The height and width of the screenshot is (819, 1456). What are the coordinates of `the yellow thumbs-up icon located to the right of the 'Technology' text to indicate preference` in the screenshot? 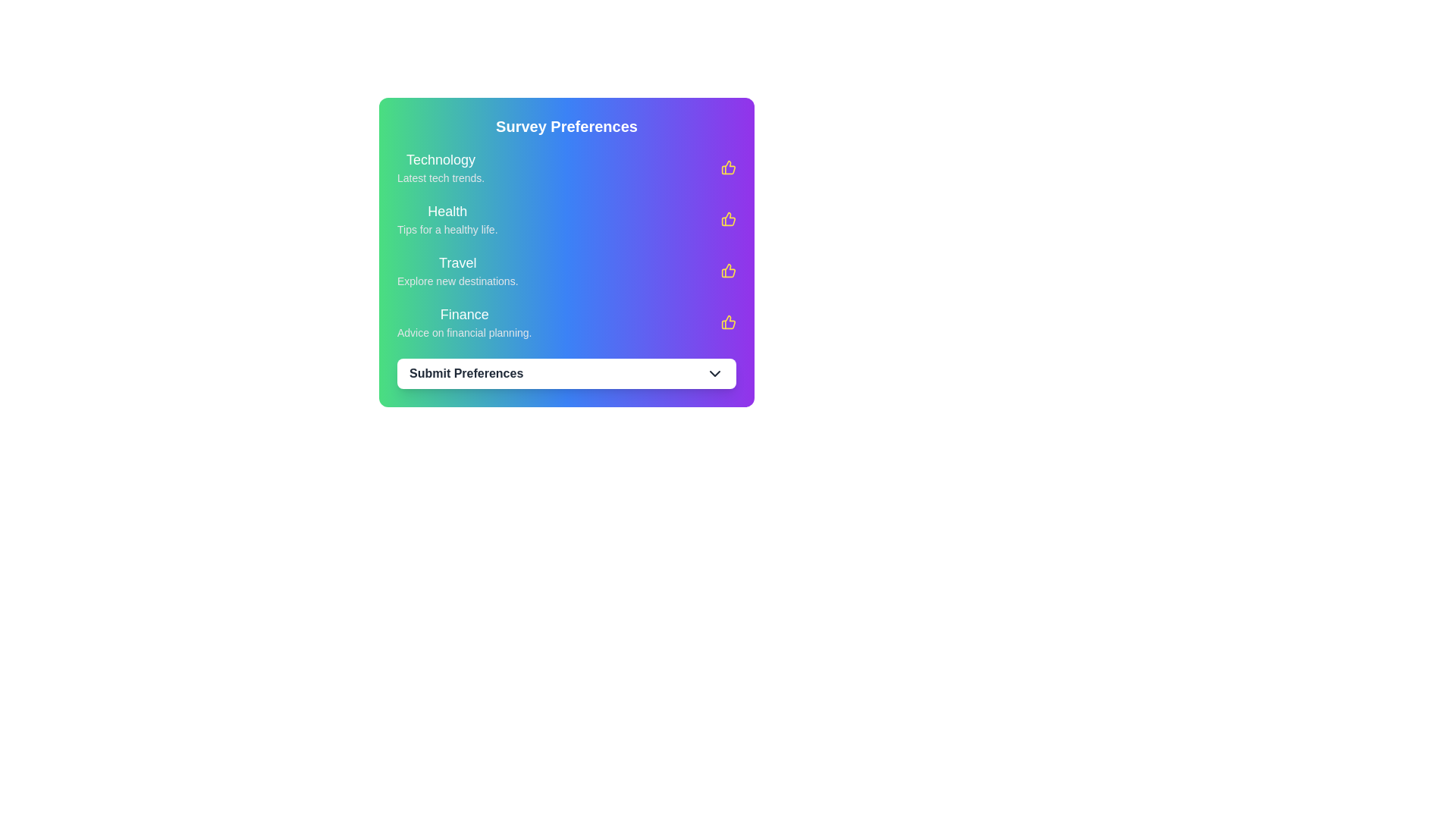 It's located at (716, 167).